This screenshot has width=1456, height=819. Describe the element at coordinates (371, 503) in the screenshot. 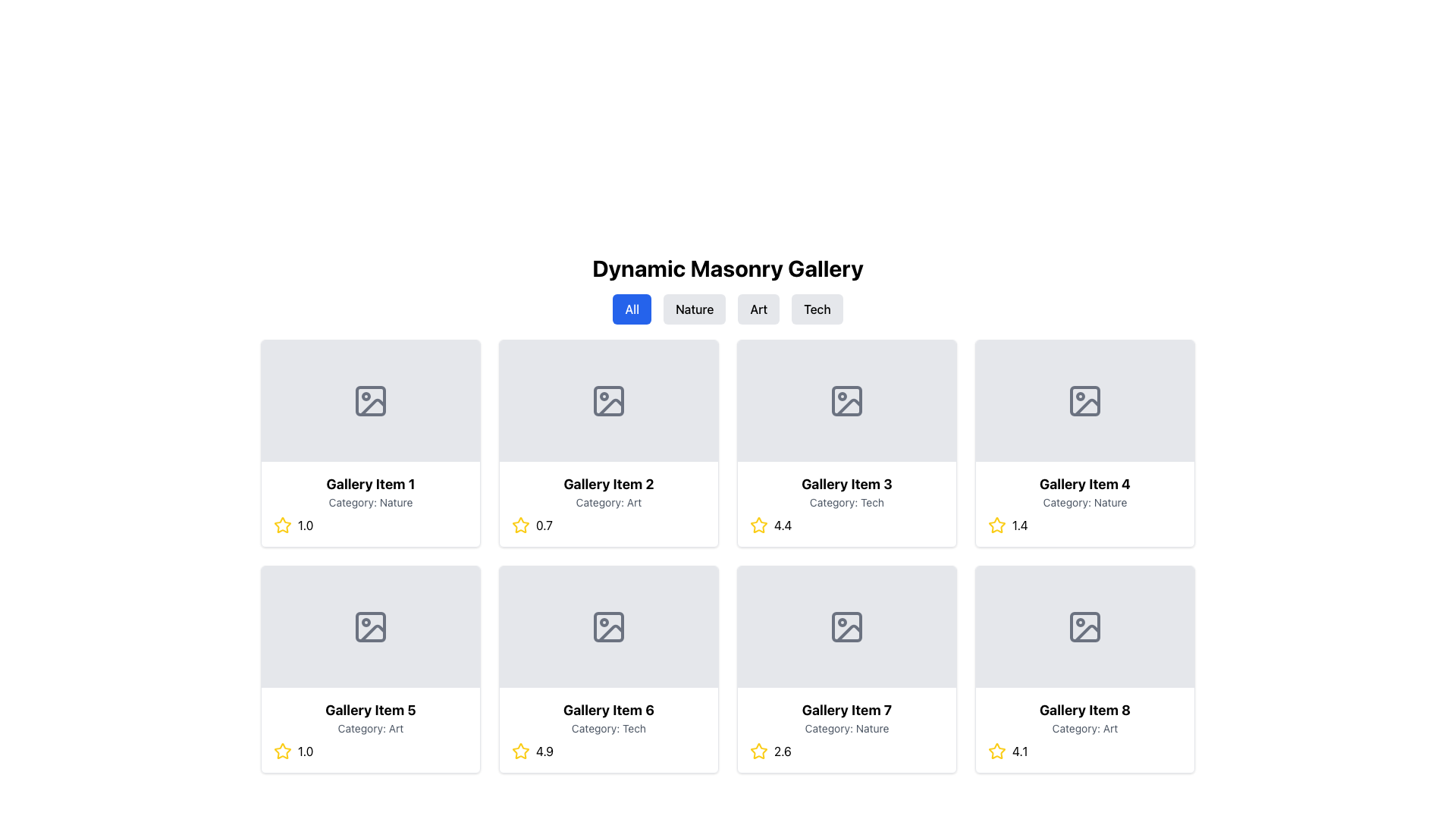

I see `the text label displaying 'Category: Nature', which is located under the title 'Gallery Item 1' and above a rating indicator` at that location.